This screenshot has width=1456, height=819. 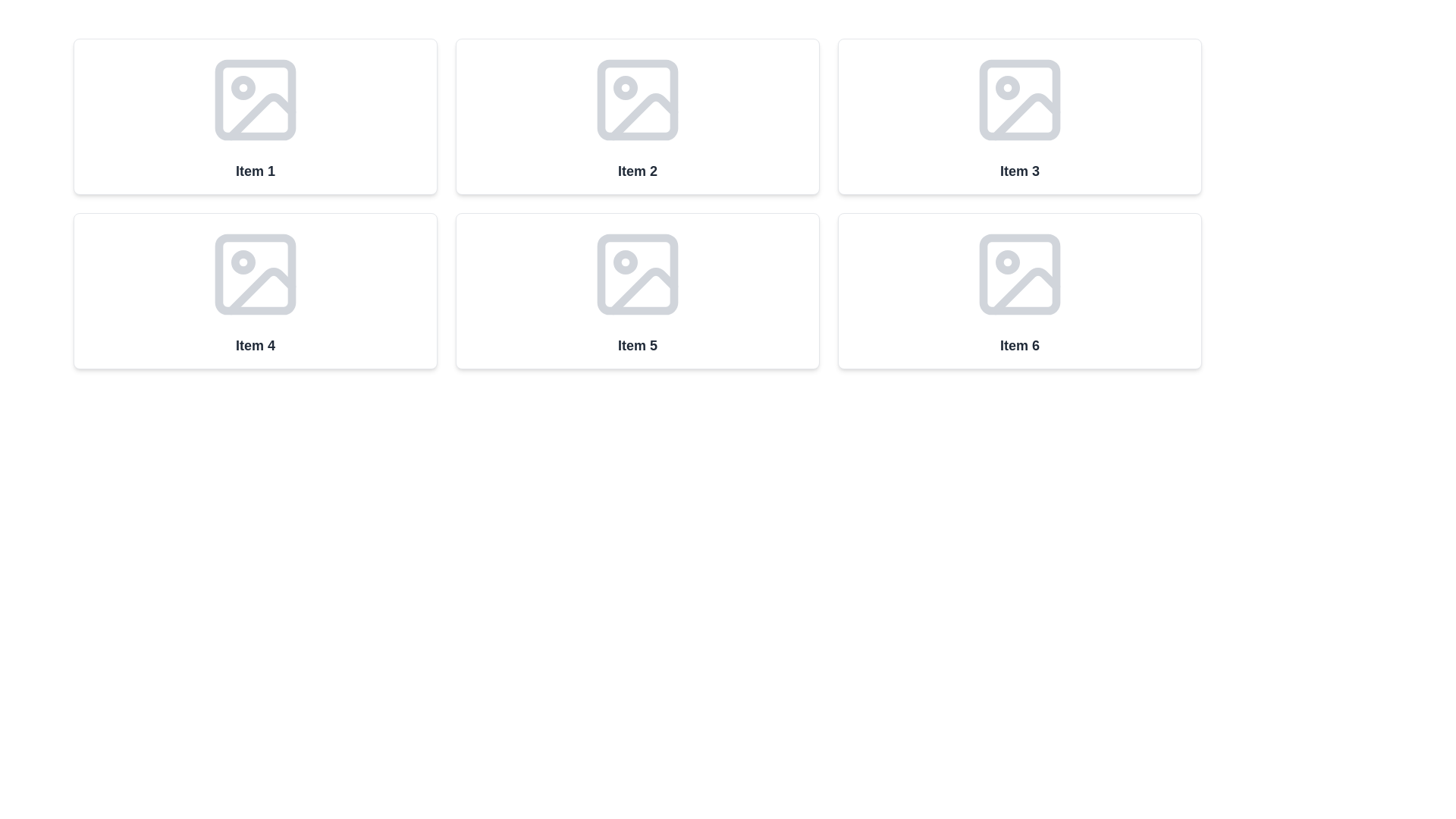 What do you see at coordinates (637, 99) in the screenshot?
I see `the icon resembling a stylized image placeholder in the upper center of the card titled 'Item 2' by moving the cursor to its center` at bounding box center [637, 99].